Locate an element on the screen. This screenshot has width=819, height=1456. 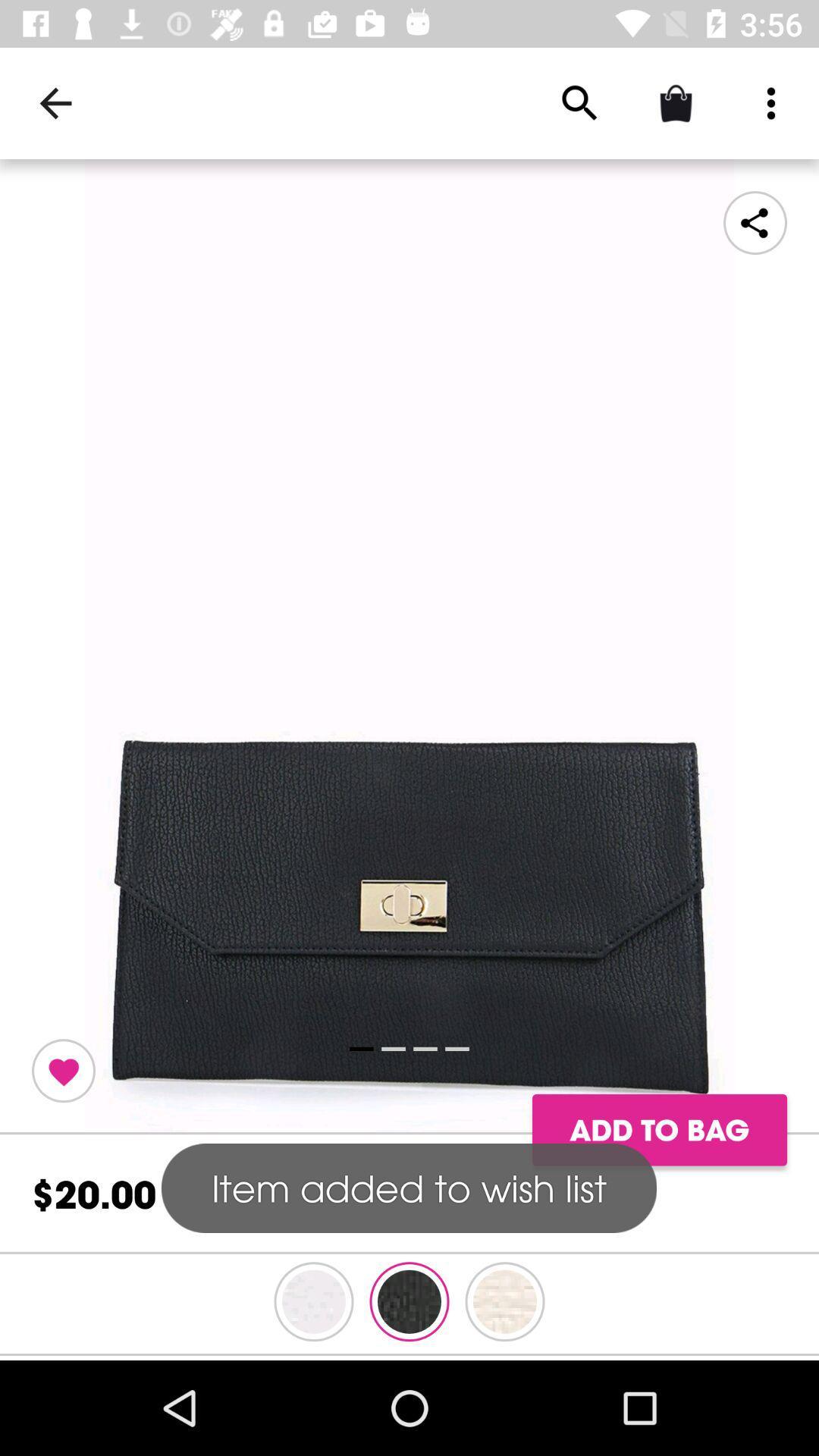
share product is located at coordinates (755, 221).